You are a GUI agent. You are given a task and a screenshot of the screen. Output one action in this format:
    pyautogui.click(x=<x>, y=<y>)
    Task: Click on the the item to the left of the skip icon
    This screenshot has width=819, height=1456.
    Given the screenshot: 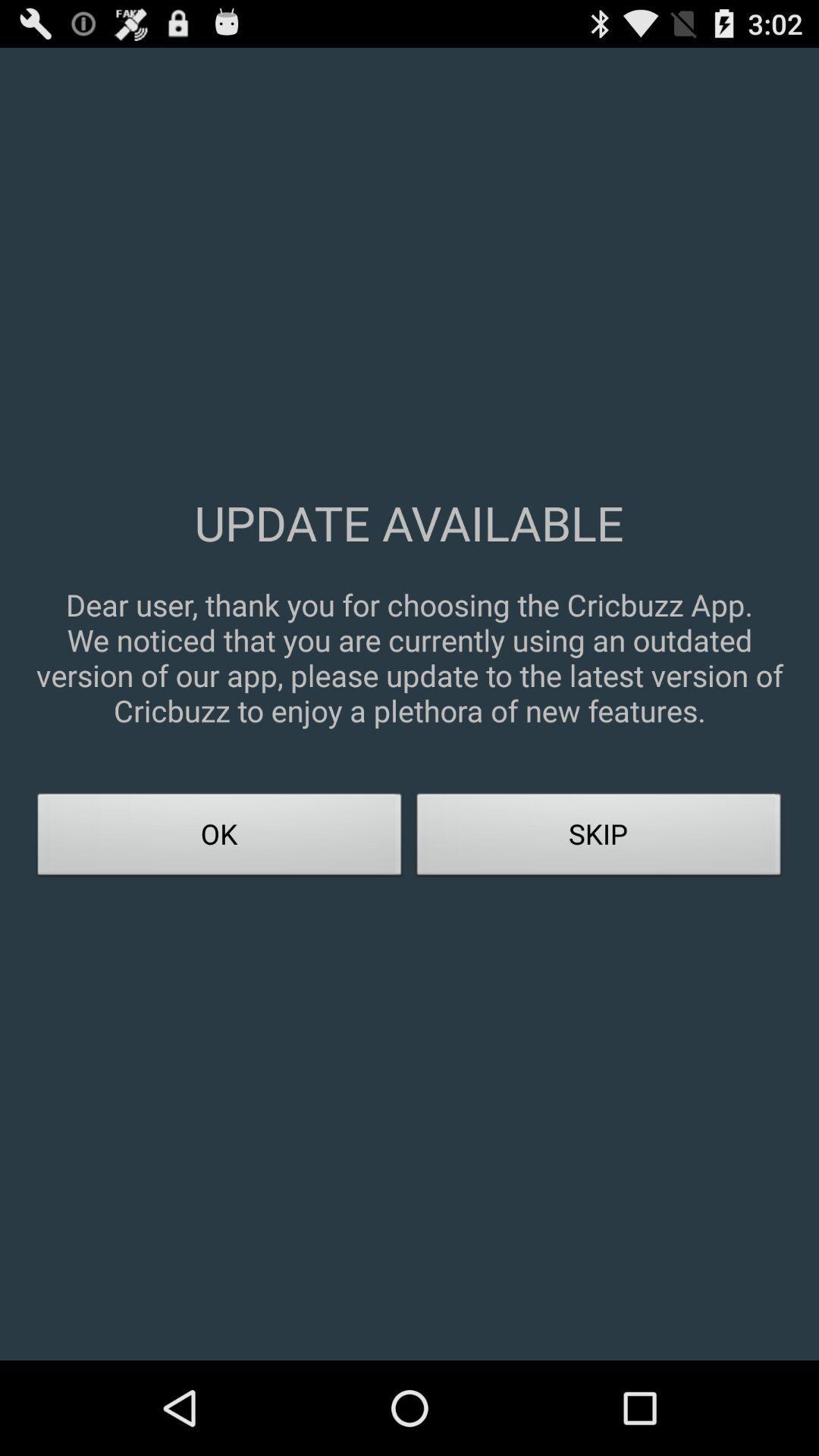 What is the action you would take?
    pyautogui.click(x=219, y=838)
    